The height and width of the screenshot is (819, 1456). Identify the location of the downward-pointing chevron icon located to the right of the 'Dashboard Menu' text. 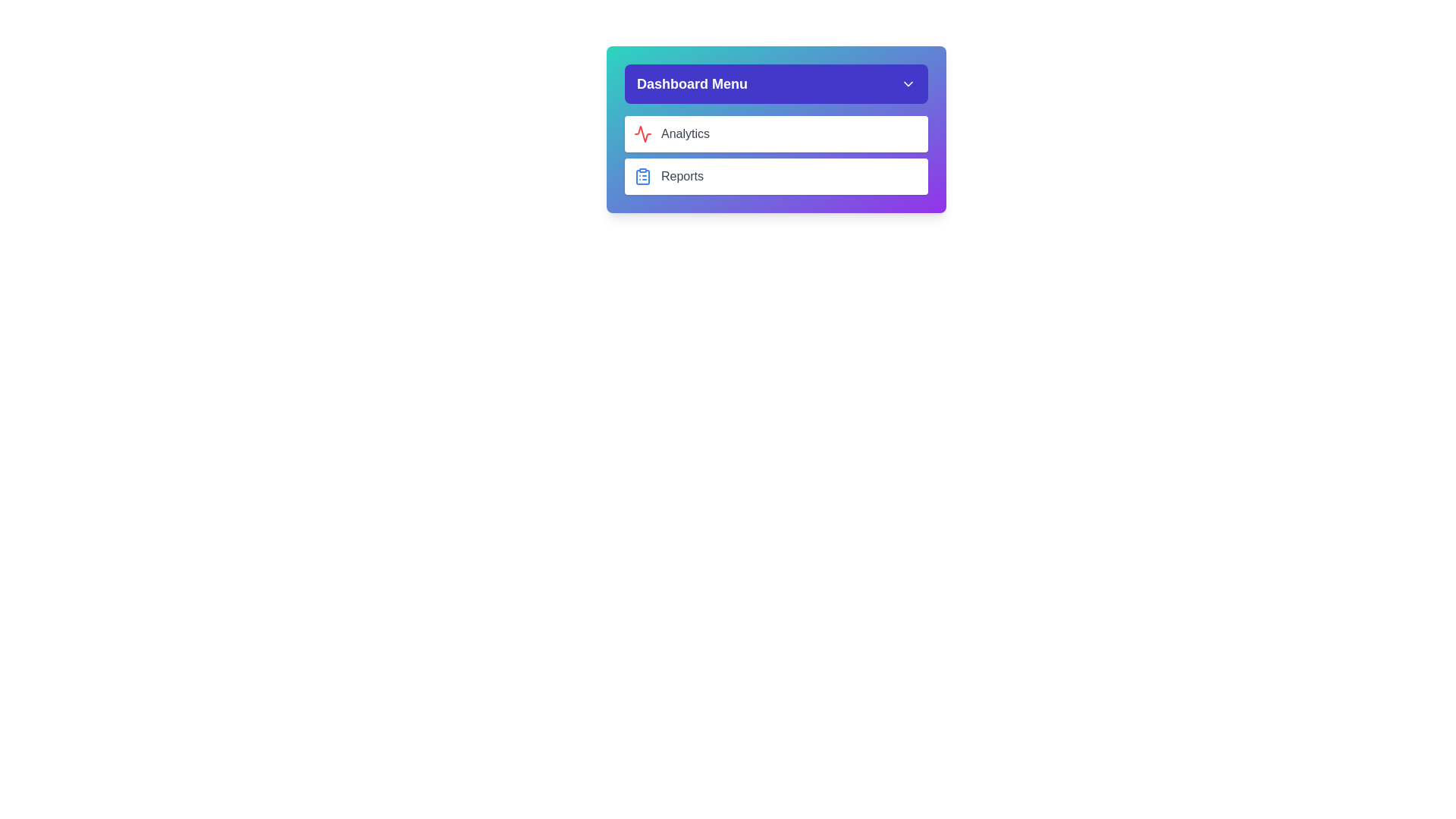
(908, 84).